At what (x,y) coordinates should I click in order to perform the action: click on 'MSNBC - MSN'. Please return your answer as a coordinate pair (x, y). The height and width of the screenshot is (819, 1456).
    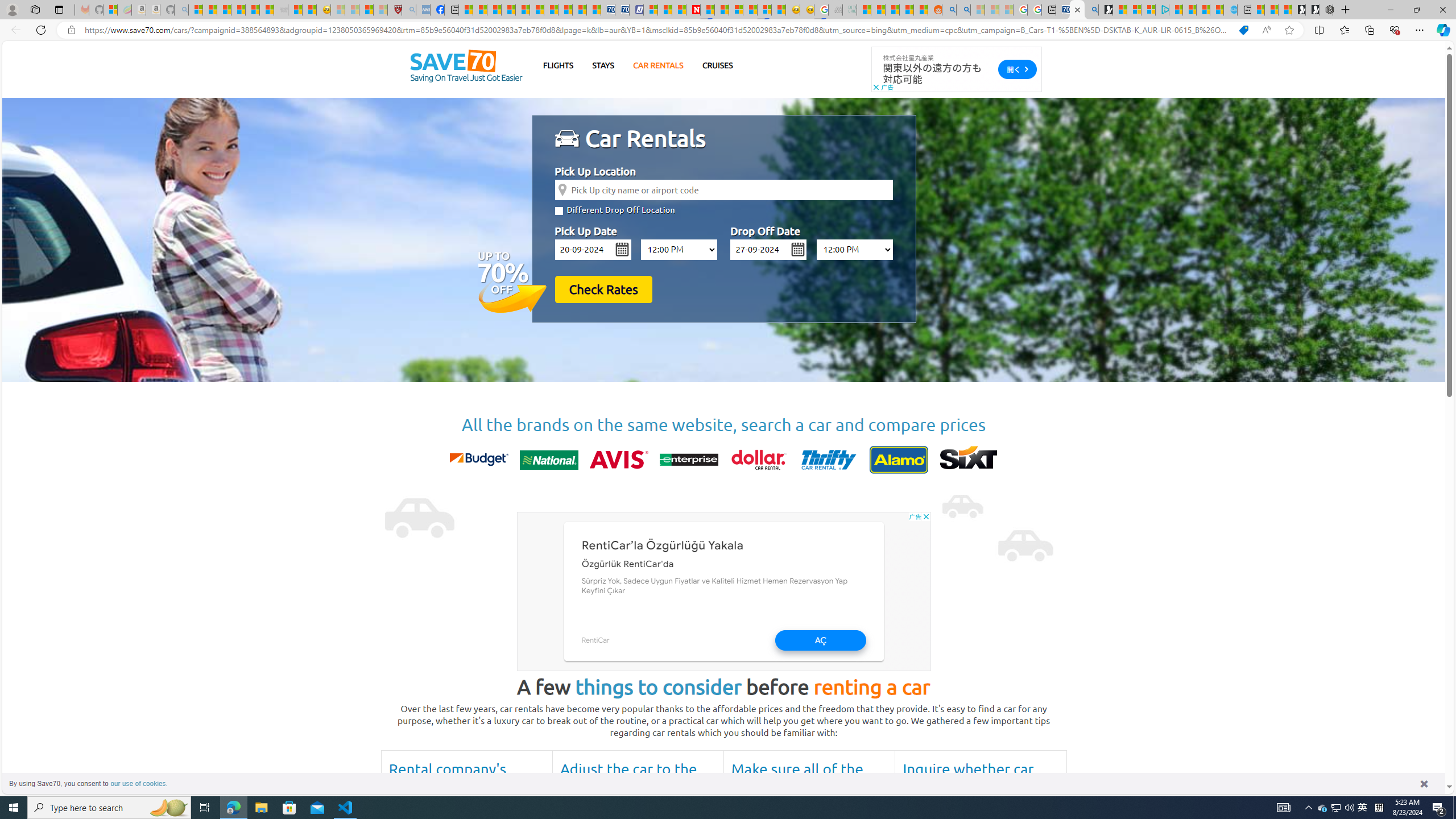
    Looking at the image, I should click on (864, 9).